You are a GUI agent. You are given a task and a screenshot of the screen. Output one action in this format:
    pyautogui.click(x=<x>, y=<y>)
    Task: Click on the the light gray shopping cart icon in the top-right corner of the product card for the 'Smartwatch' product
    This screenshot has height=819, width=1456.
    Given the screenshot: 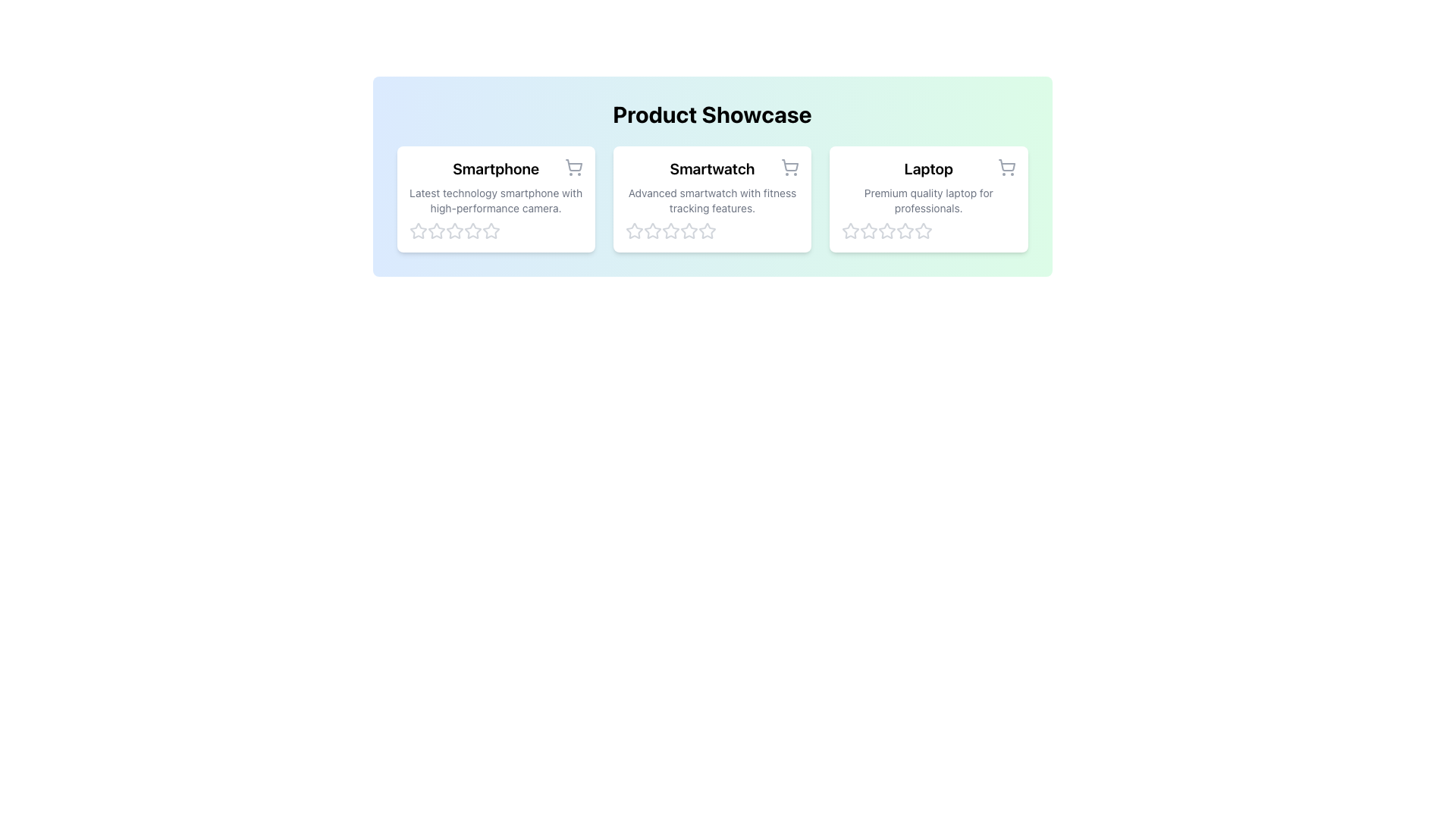 What is the action you would take?
    pyautogui.click(x=789, y=167)
    